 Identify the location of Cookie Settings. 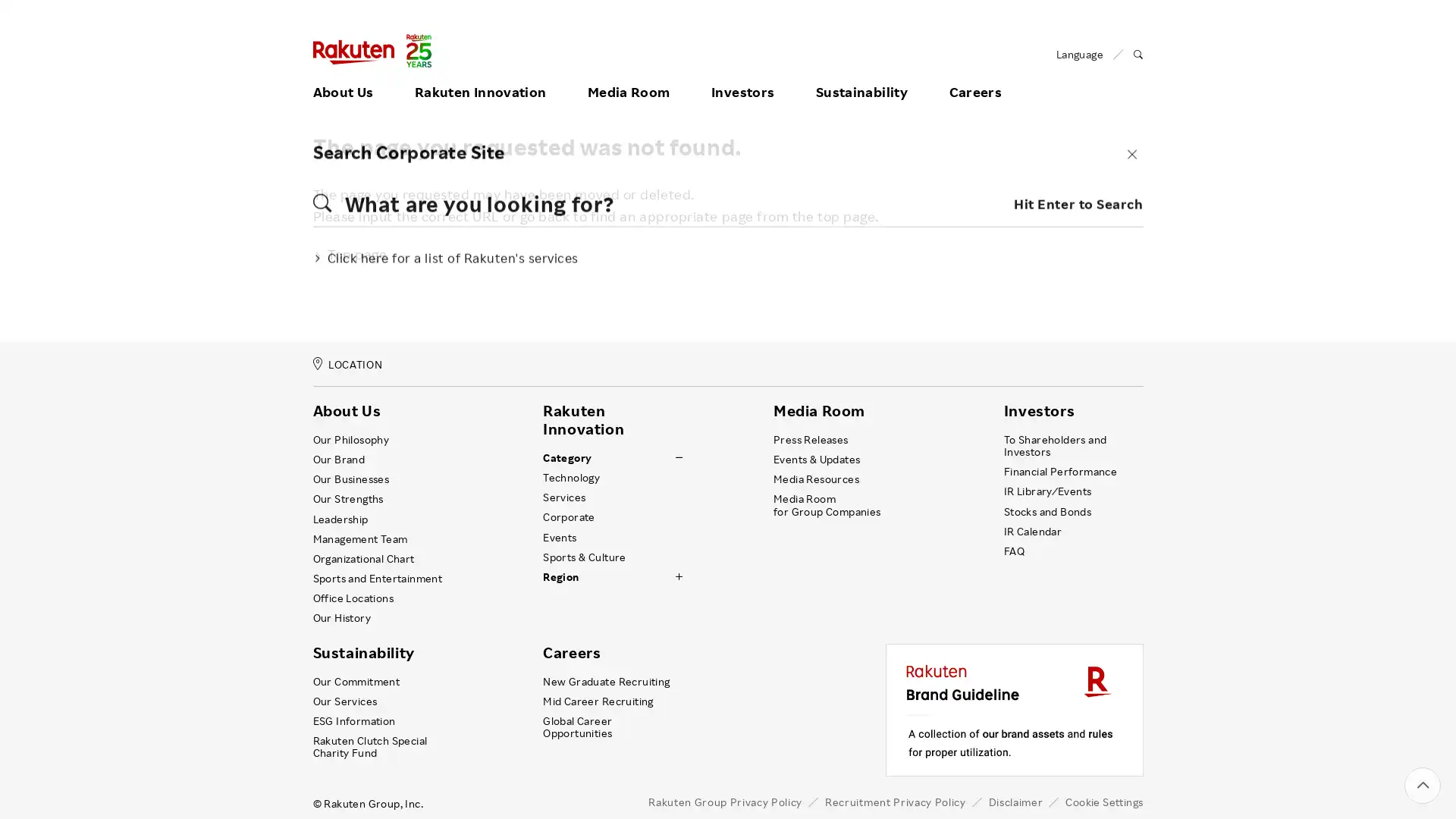
(1103, 801).